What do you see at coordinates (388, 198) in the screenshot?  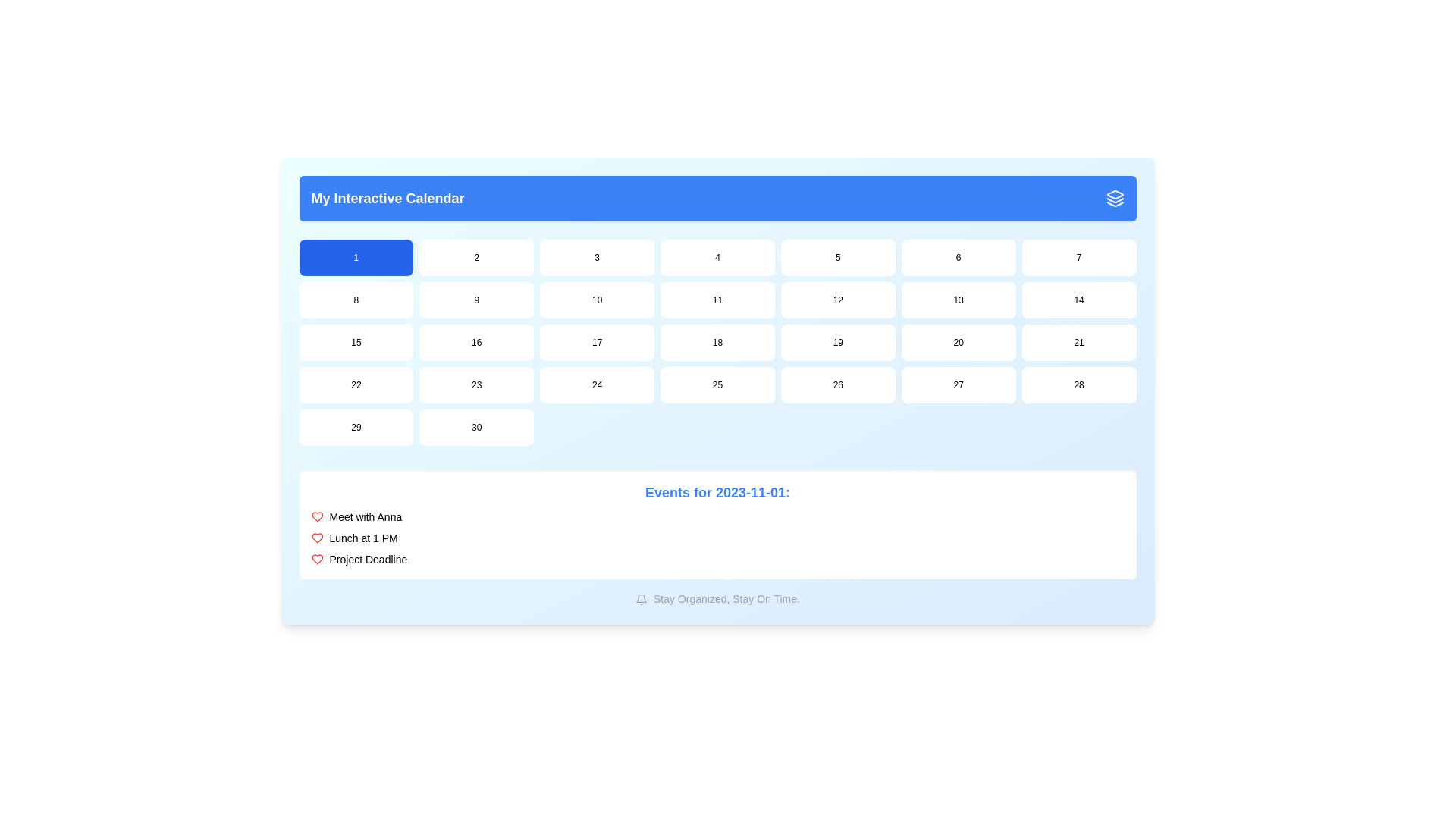 I see `the header text element that serves as a title, positioned at the left of the blue header bar` at bounding box center [388, 198].